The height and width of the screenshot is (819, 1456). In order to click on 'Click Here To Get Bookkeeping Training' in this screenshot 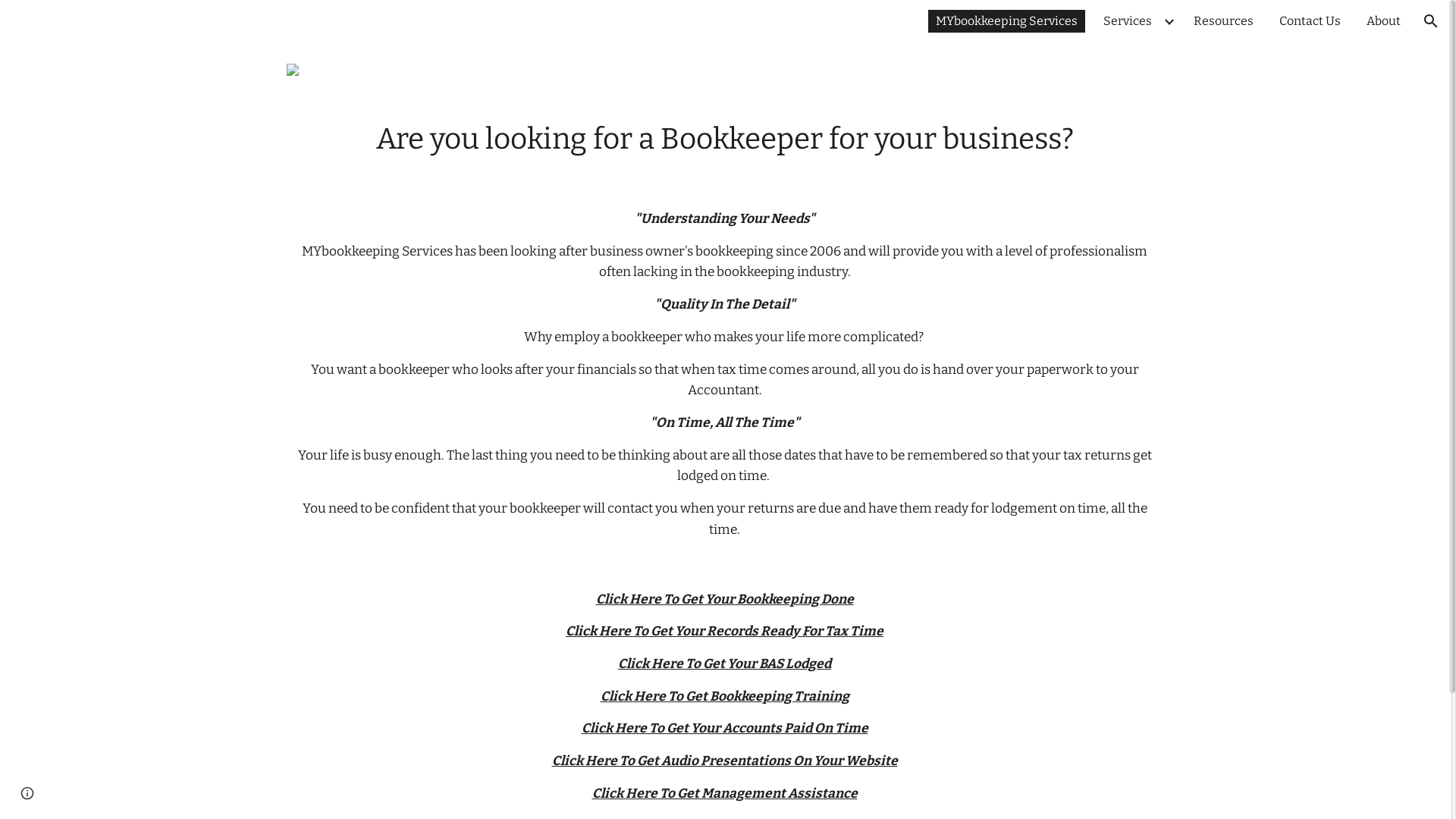, I will do `click(723, 696)`.